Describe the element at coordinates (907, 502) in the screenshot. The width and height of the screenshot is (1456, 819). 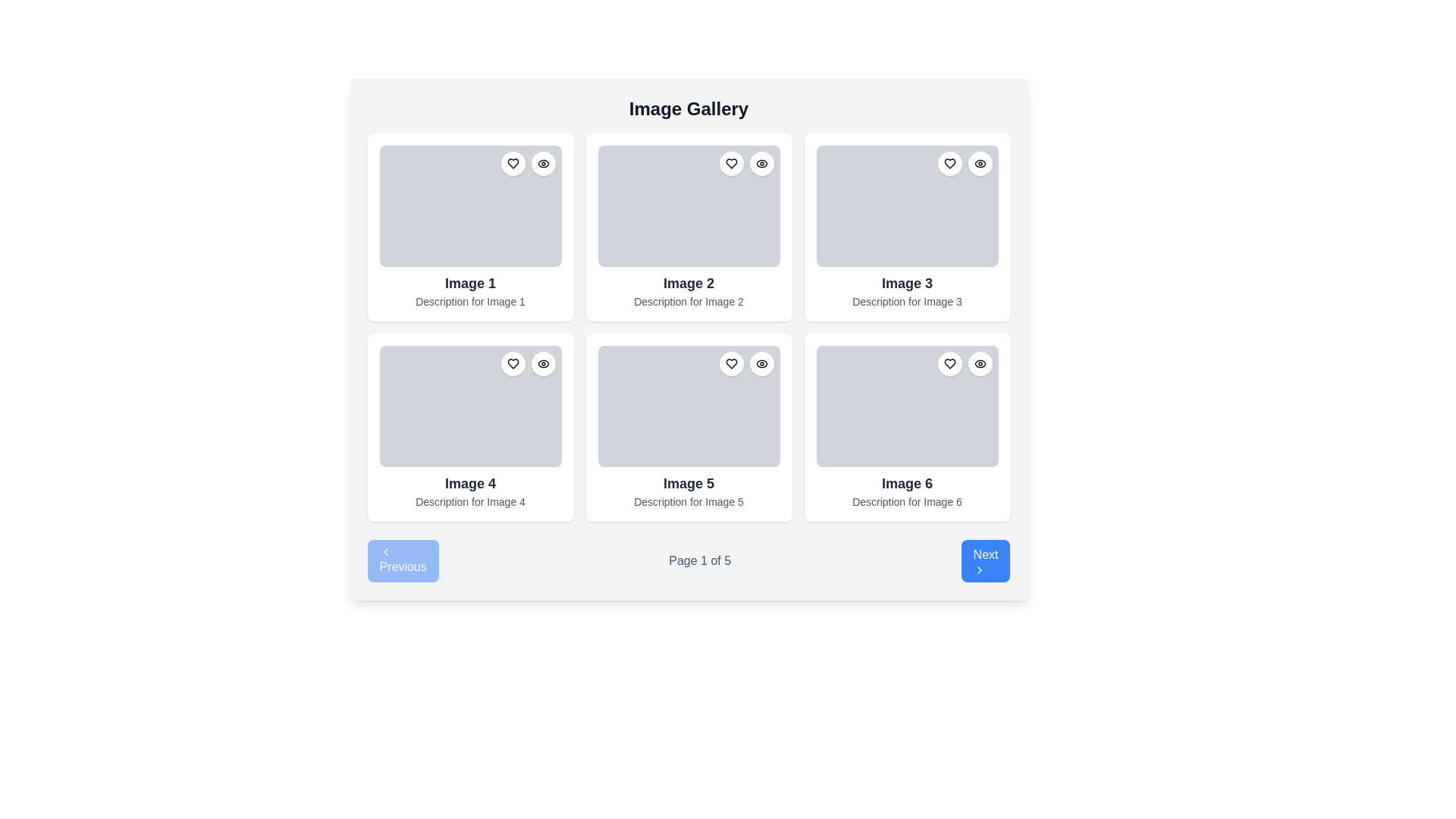
I see `the text label located directly below the image labeled 'Image 6' in the sixth content card of the grid interface` at that location.